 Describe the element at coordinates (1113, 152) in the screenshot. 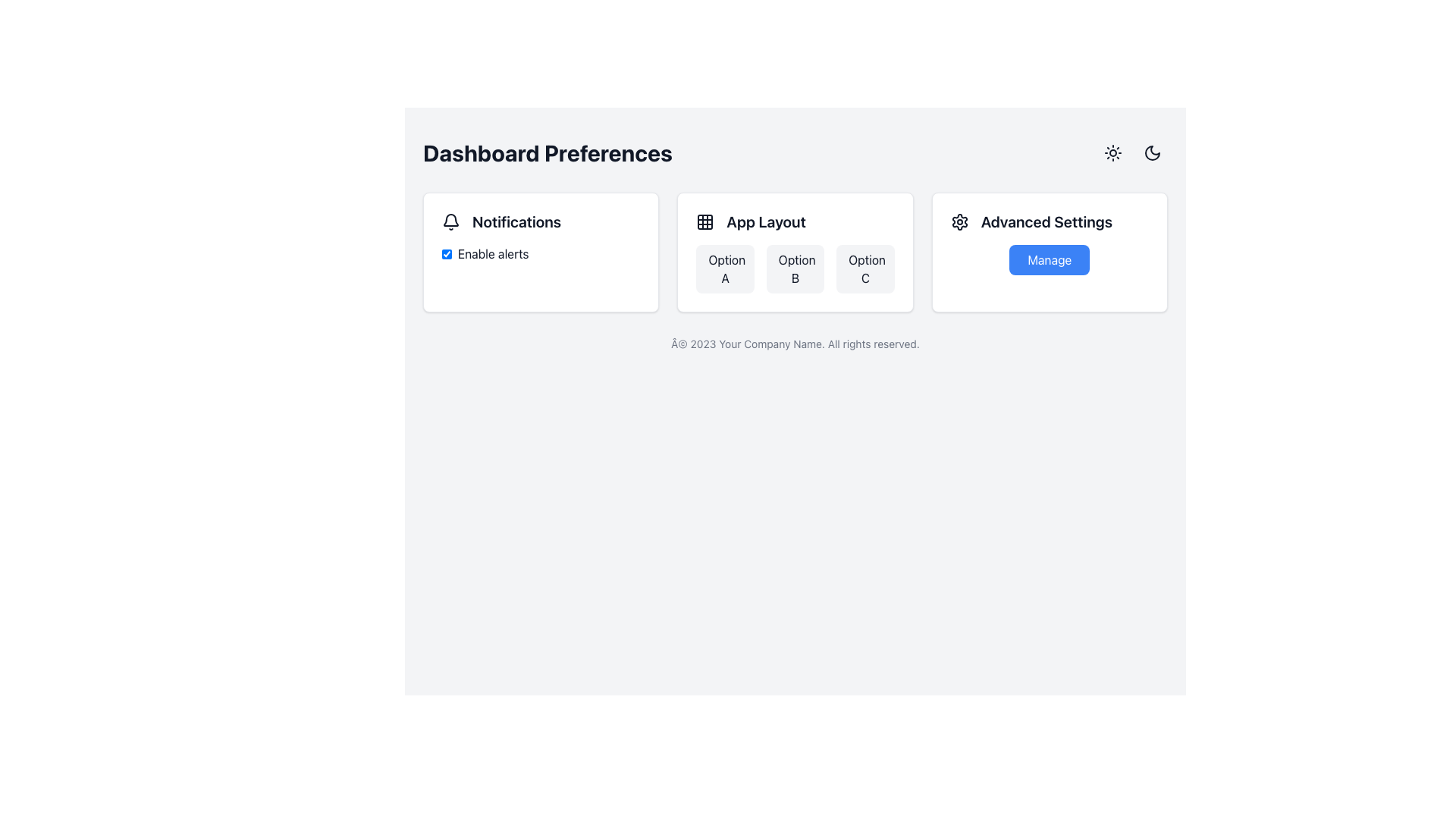

I see `the light theme toggle button located in the top-right corner of the interface` at that location.